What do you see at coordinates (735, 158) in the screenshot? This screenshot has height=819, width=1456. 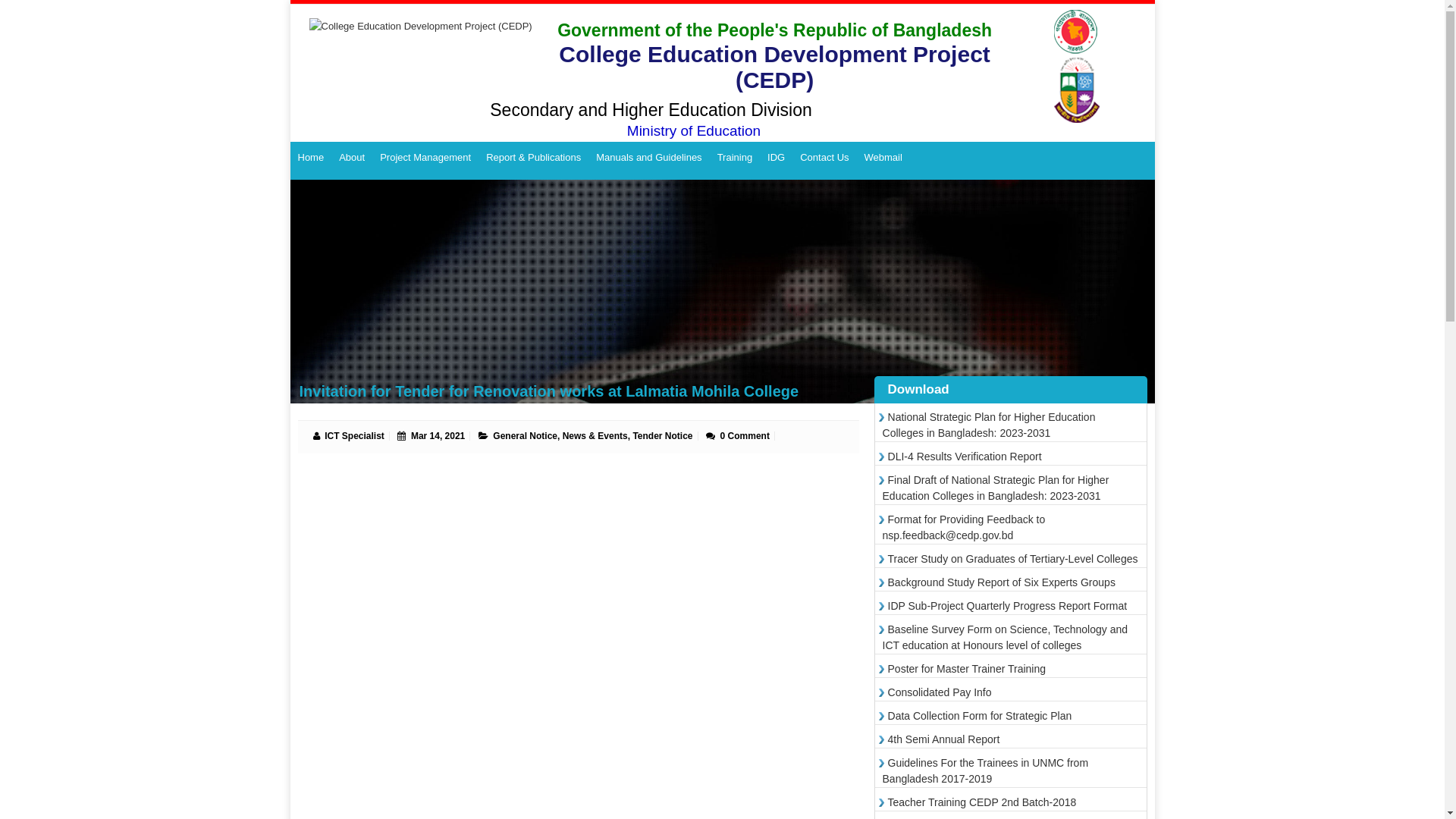 I see `'Training'` at bounding box center [735, 158].